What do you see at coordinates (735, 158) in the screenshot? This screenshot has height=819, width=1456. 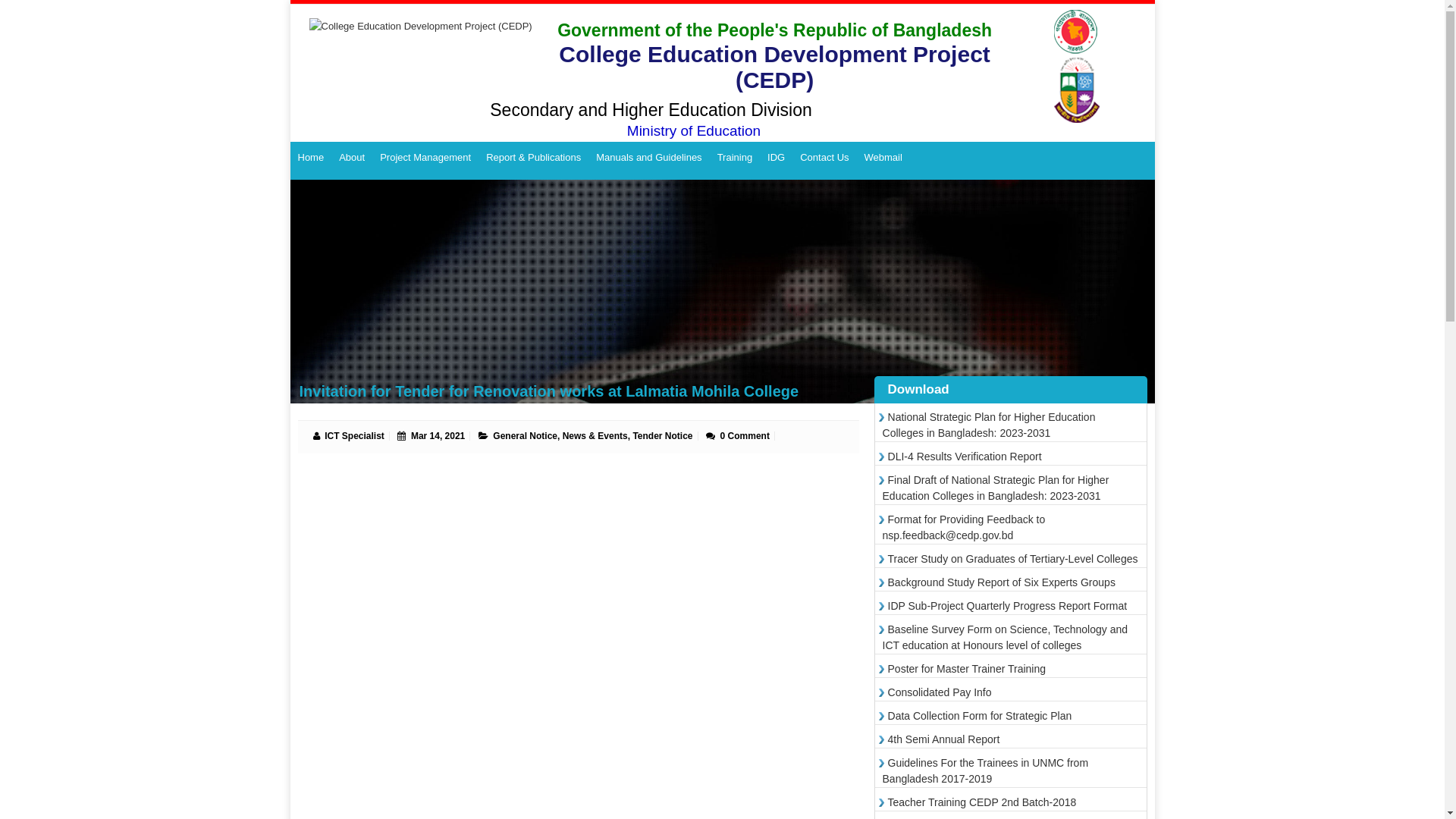 I see `'Training'` at bounding box center [735, 158].